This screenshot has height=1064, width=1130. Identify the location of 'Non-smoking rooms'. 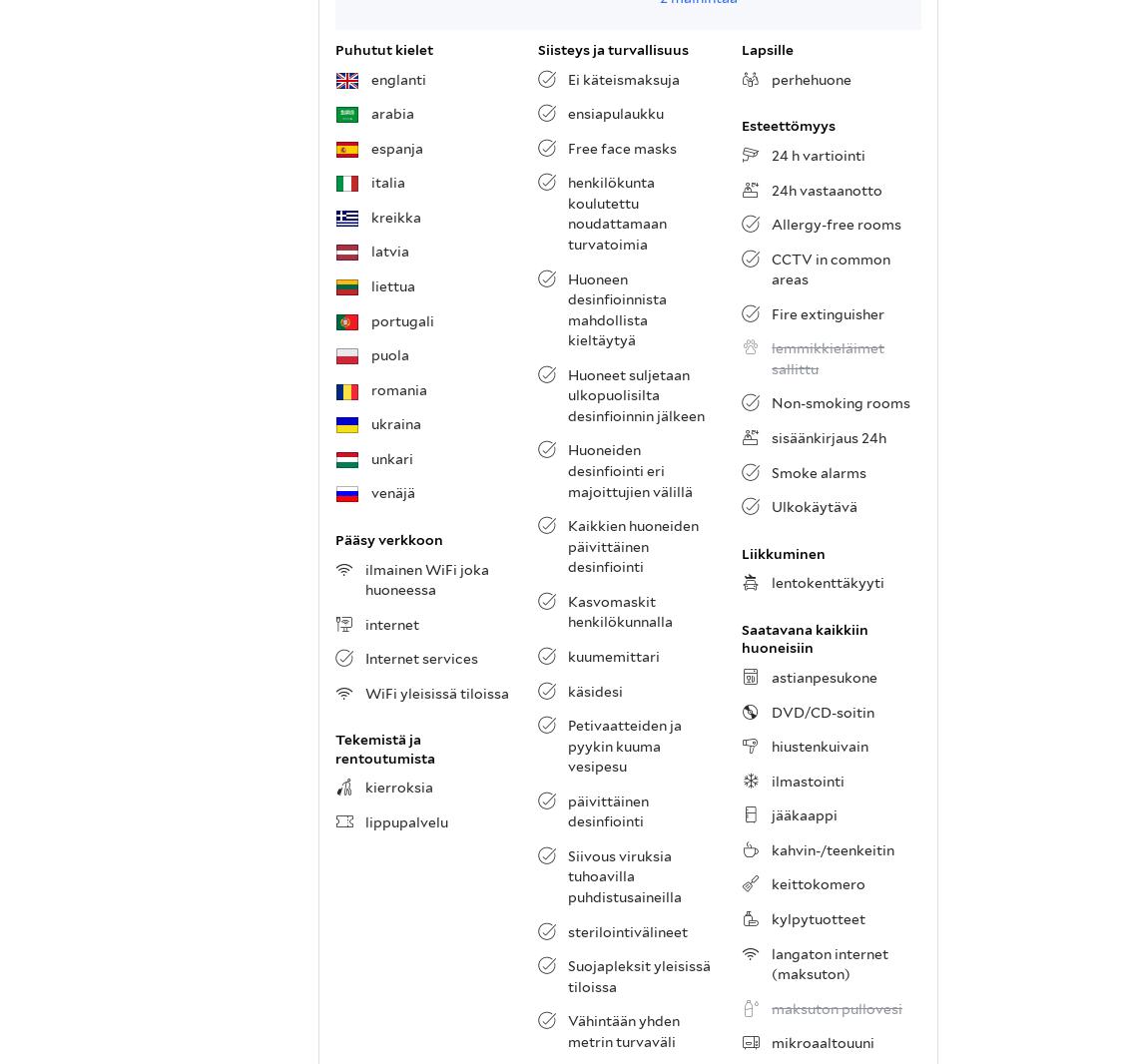
(841, 403).